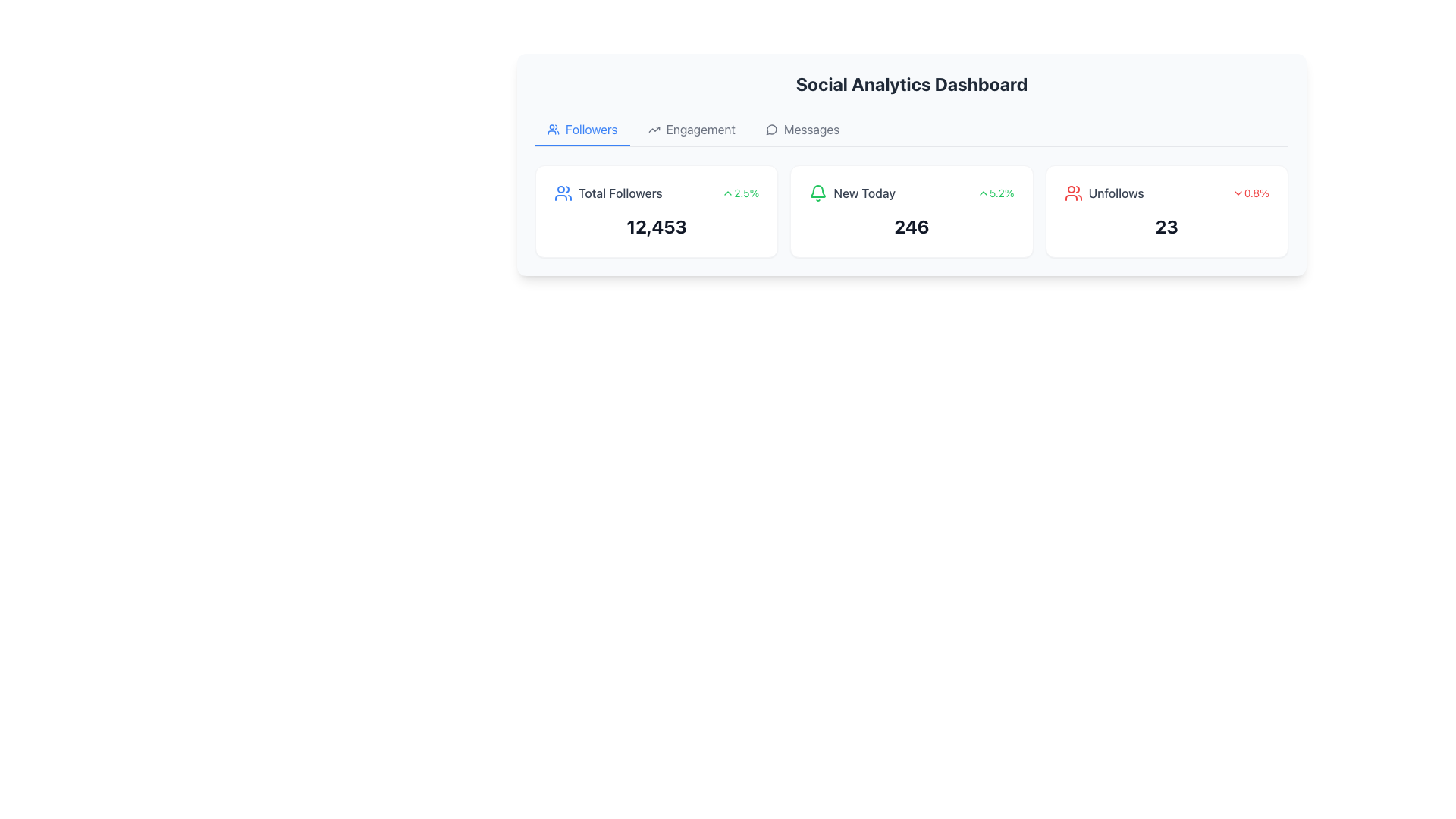 This screenshot has width=1456, height=819. Describe the element at coordinates (1166, 227) in the screenshot. I see `numerical value '23' displayed in bold at the bottom right of the 'Unfollows' card component` at that location.